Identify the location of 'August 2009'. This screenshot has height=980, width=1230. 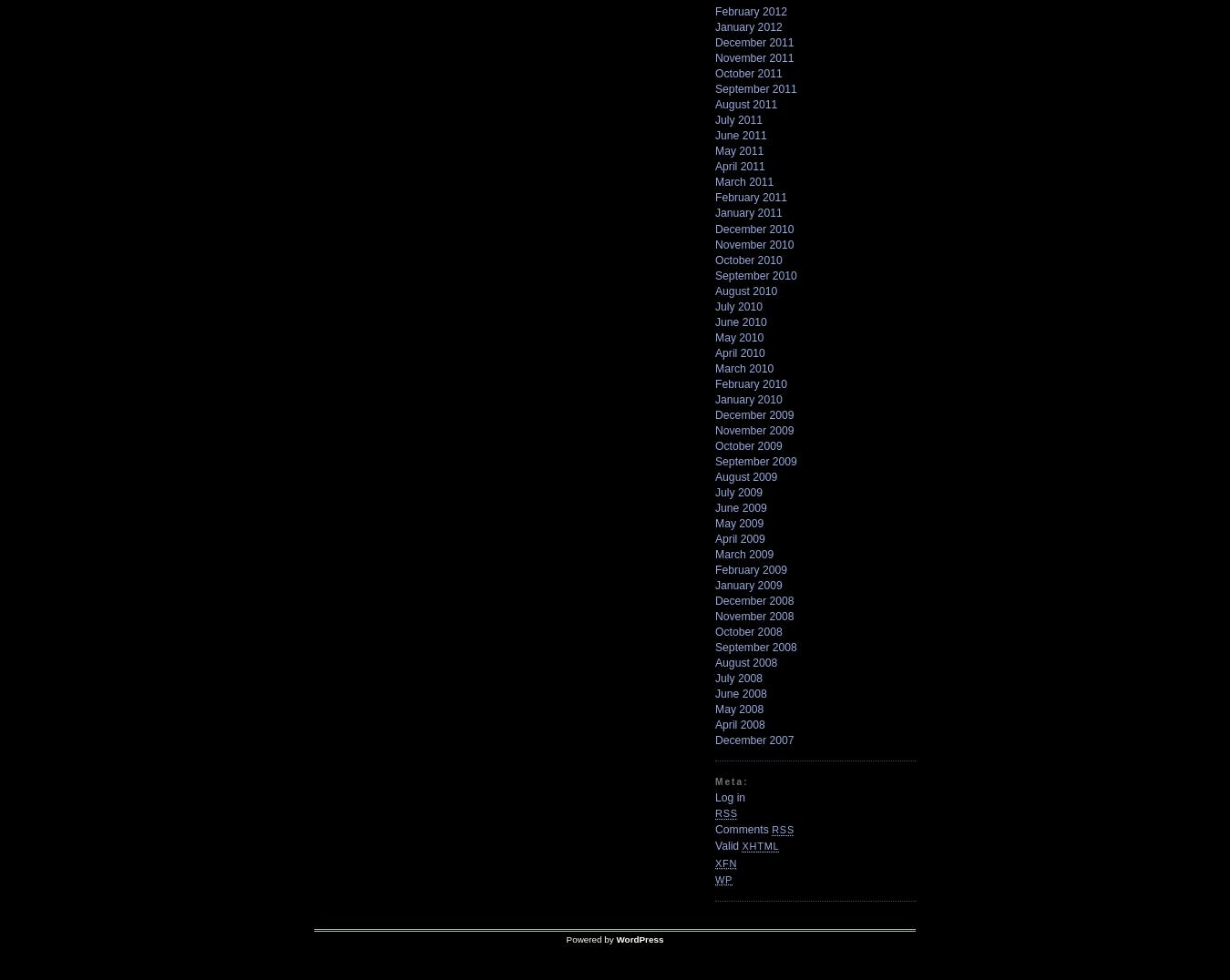
(746, 476).